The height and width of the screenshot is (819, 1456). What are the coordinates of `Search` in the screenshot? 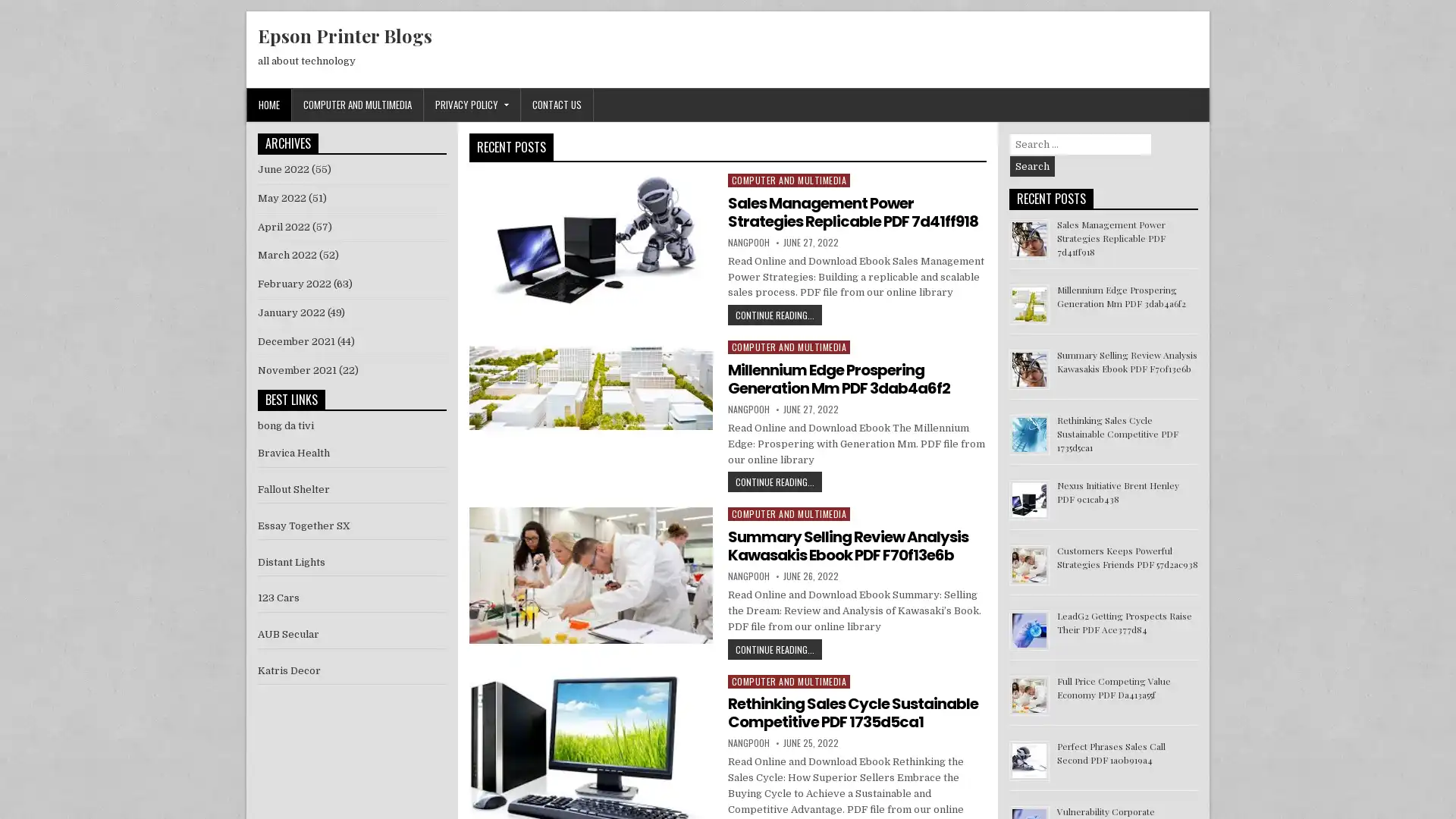 It's located at (1031, 166).